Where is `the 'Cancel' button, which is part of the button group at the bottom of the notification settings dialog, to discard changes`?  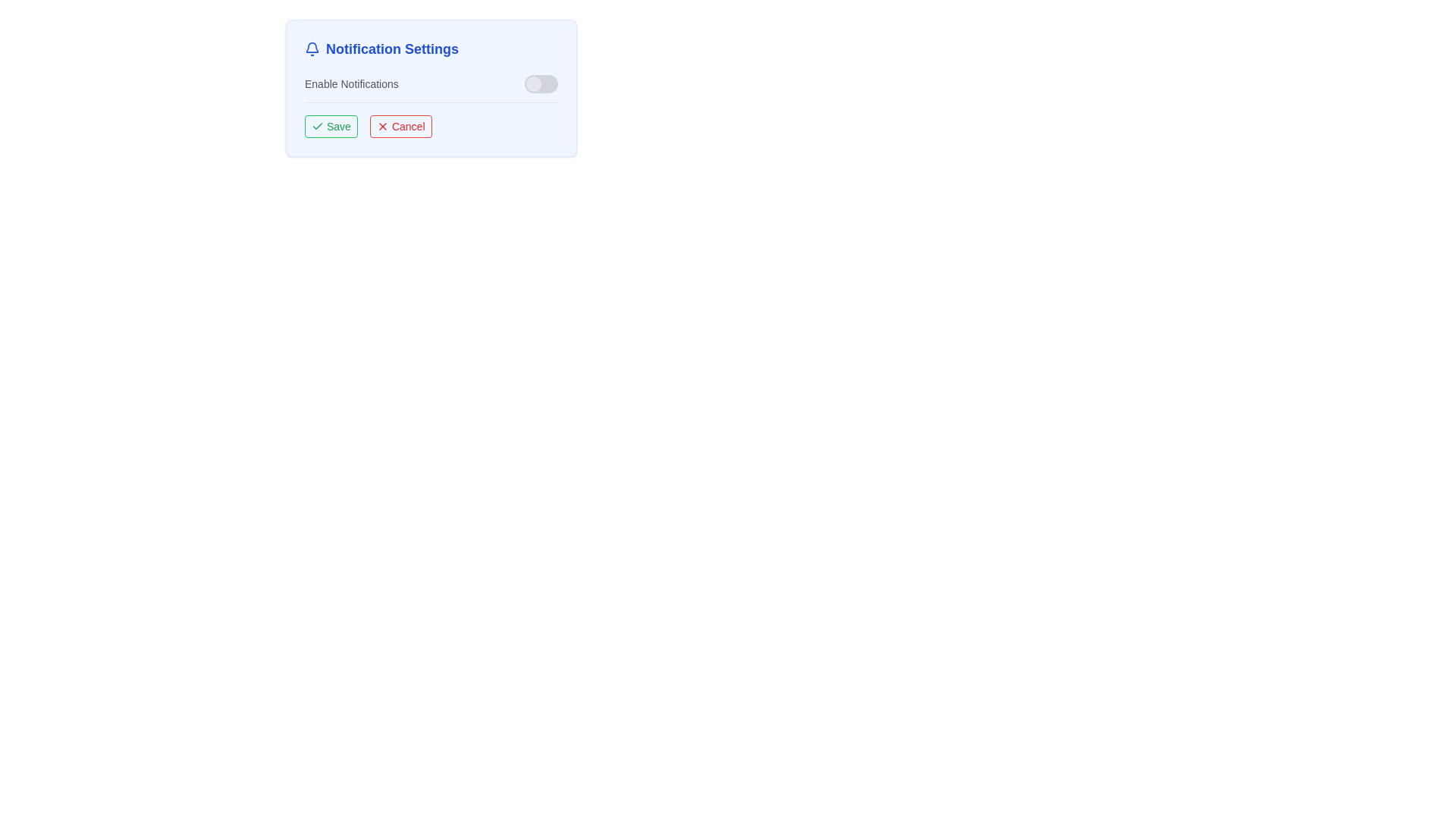 the 'Cancel' button, which is part of the button group at the bottom of the notification settings dialog, to discard changes is located at coordinates (431, 125).